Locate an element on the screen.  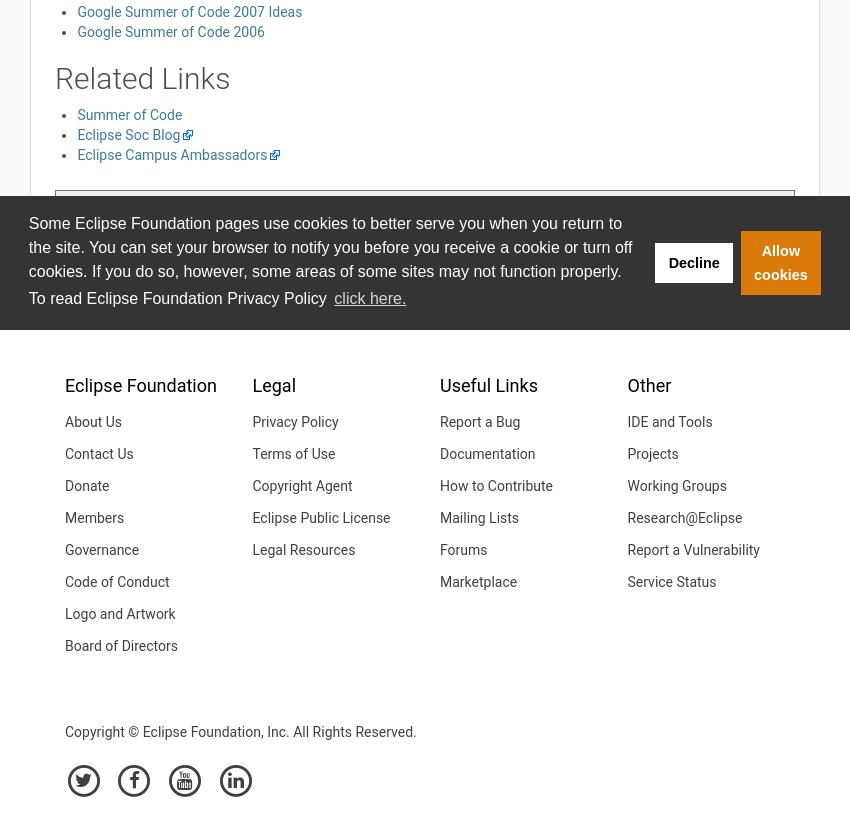
'Governance' is located at coordinates (101, 549).